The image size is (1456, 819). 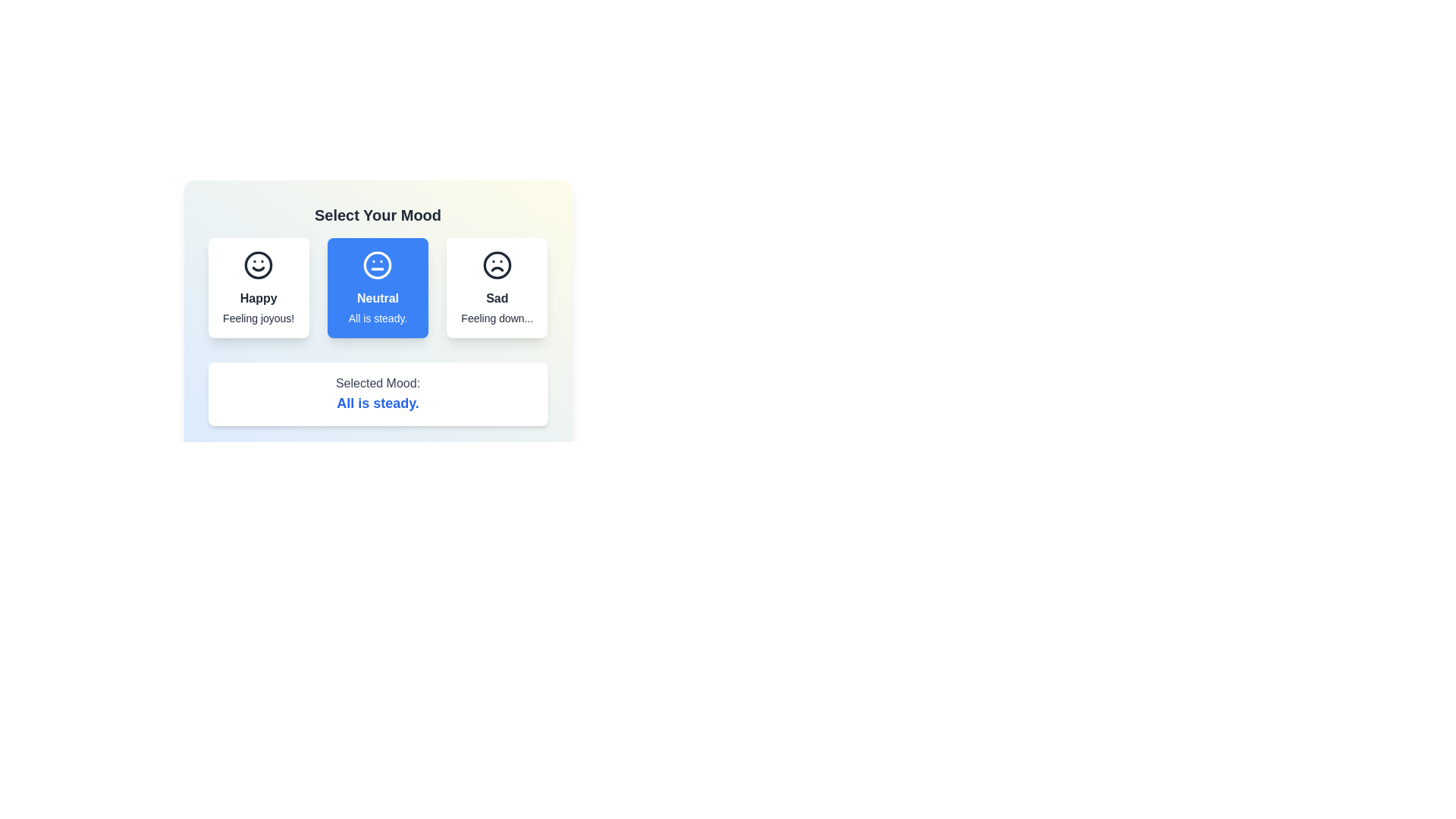 I want to click on the mood Sad by clicking on the corresponding button, so click(x=496, y=288).